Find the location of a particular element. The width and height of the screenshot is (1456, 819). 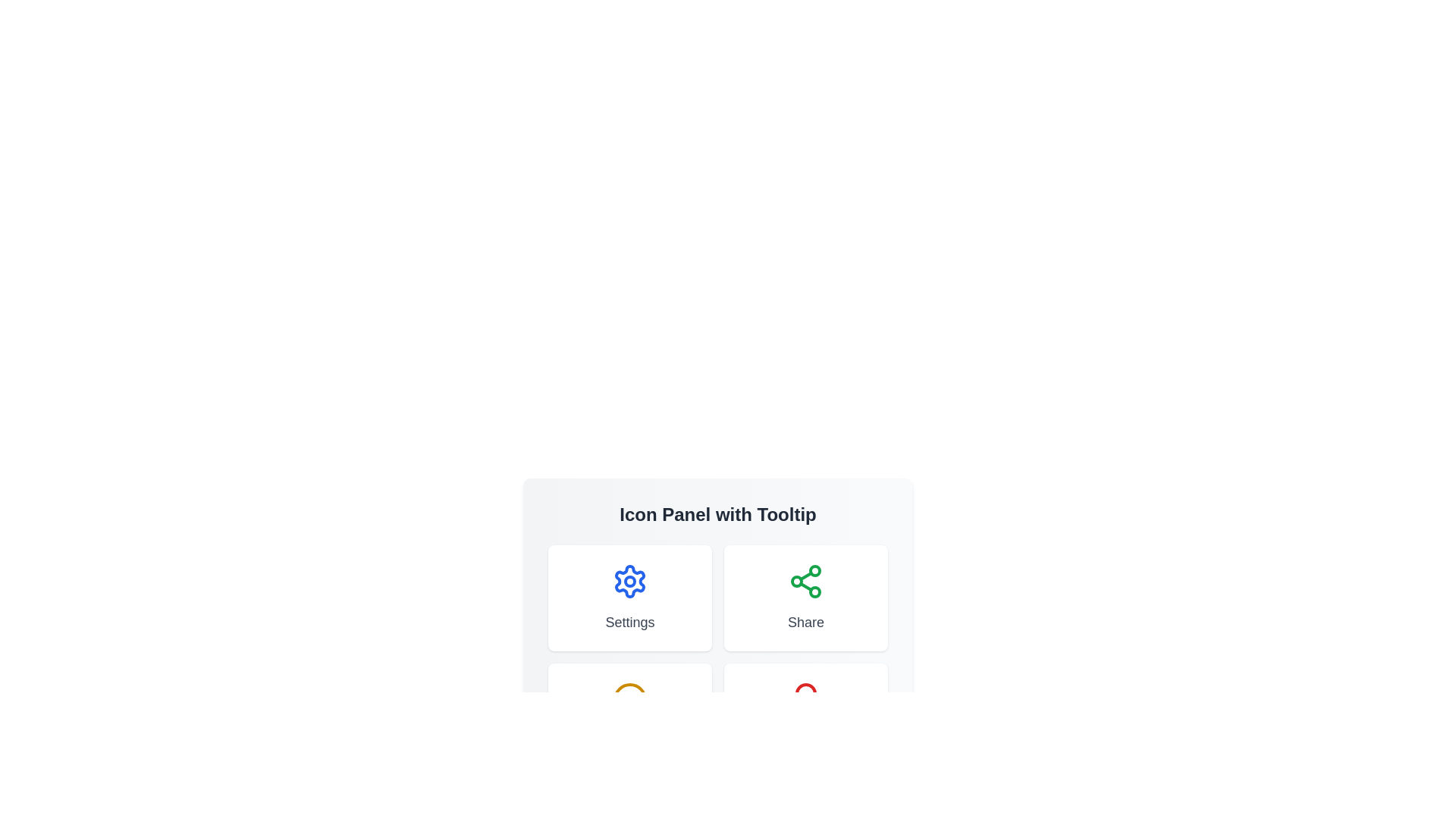

the topmost circle of the share icon, which is the second icon in the top row of a grid layout below the heading 'Icon Panel with Tooltip' is located at coordinates (814, 570).